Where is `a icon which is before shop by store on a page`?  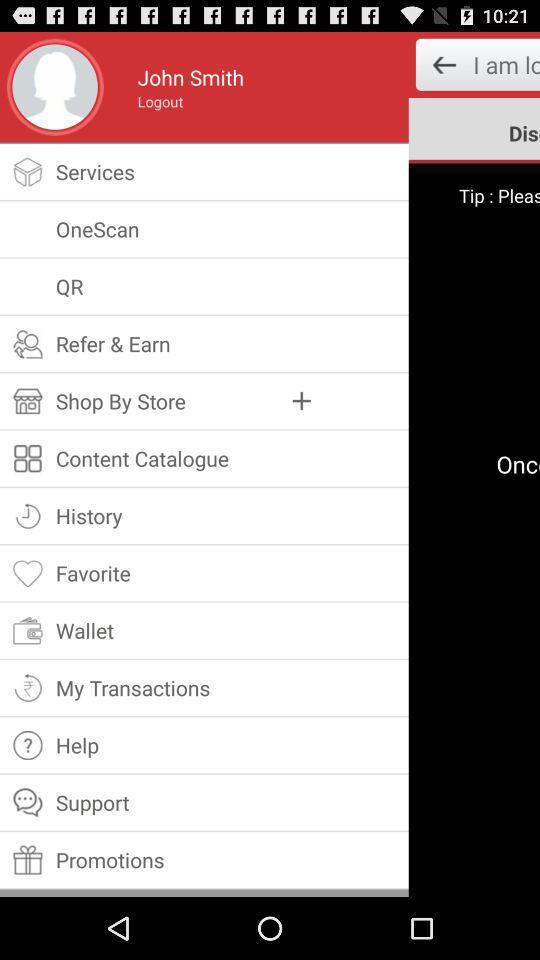
a icon which is before shop by store on a page is located at coordinates (27, 399).